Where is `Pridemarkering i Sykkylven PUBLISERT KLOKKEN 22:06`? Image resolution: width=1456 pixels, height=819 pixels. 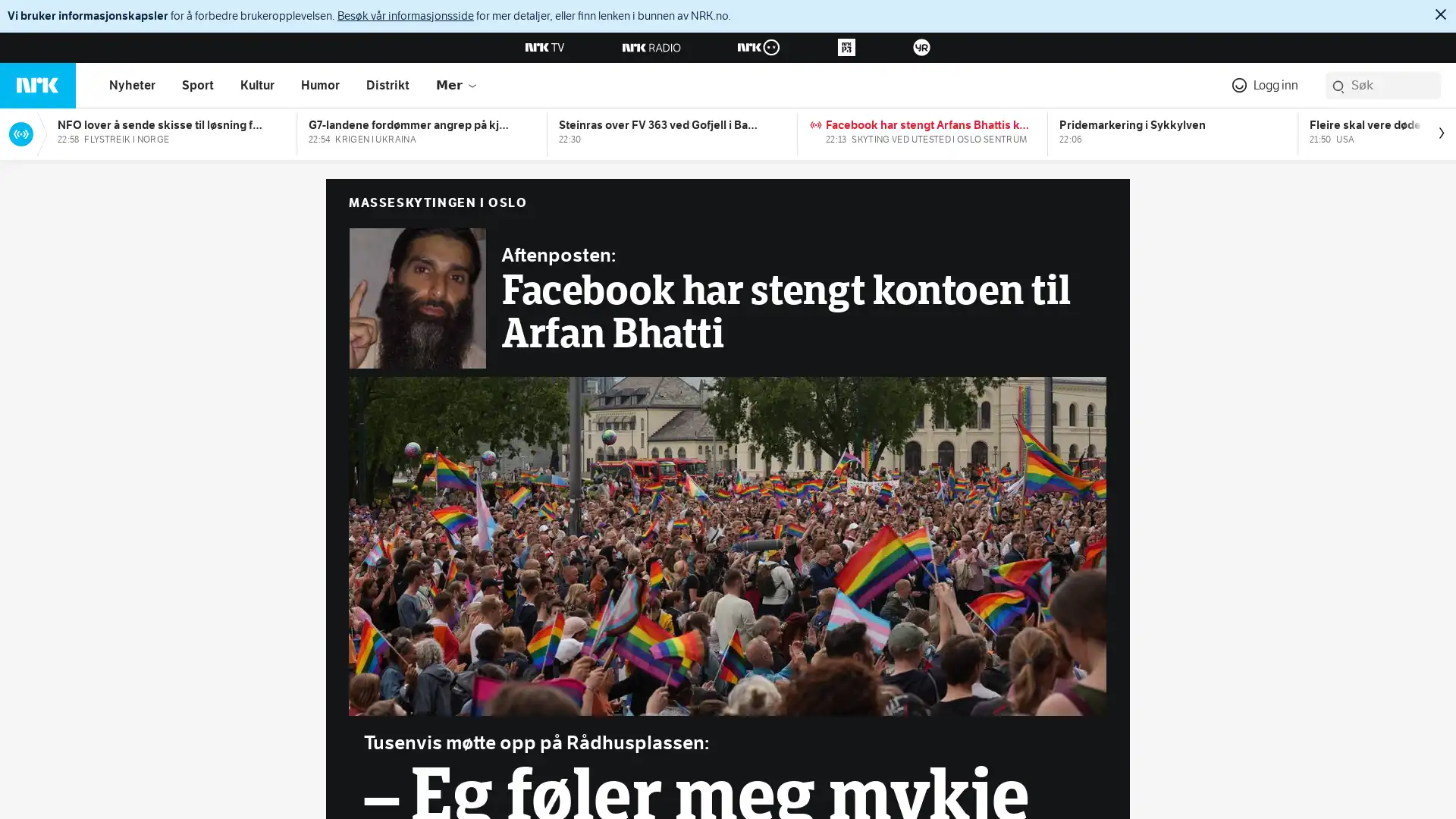 Pridemarkering i Sykkylven PUBLISERT KLOKKEN 22:06 is located at coordinates (1172, 130).